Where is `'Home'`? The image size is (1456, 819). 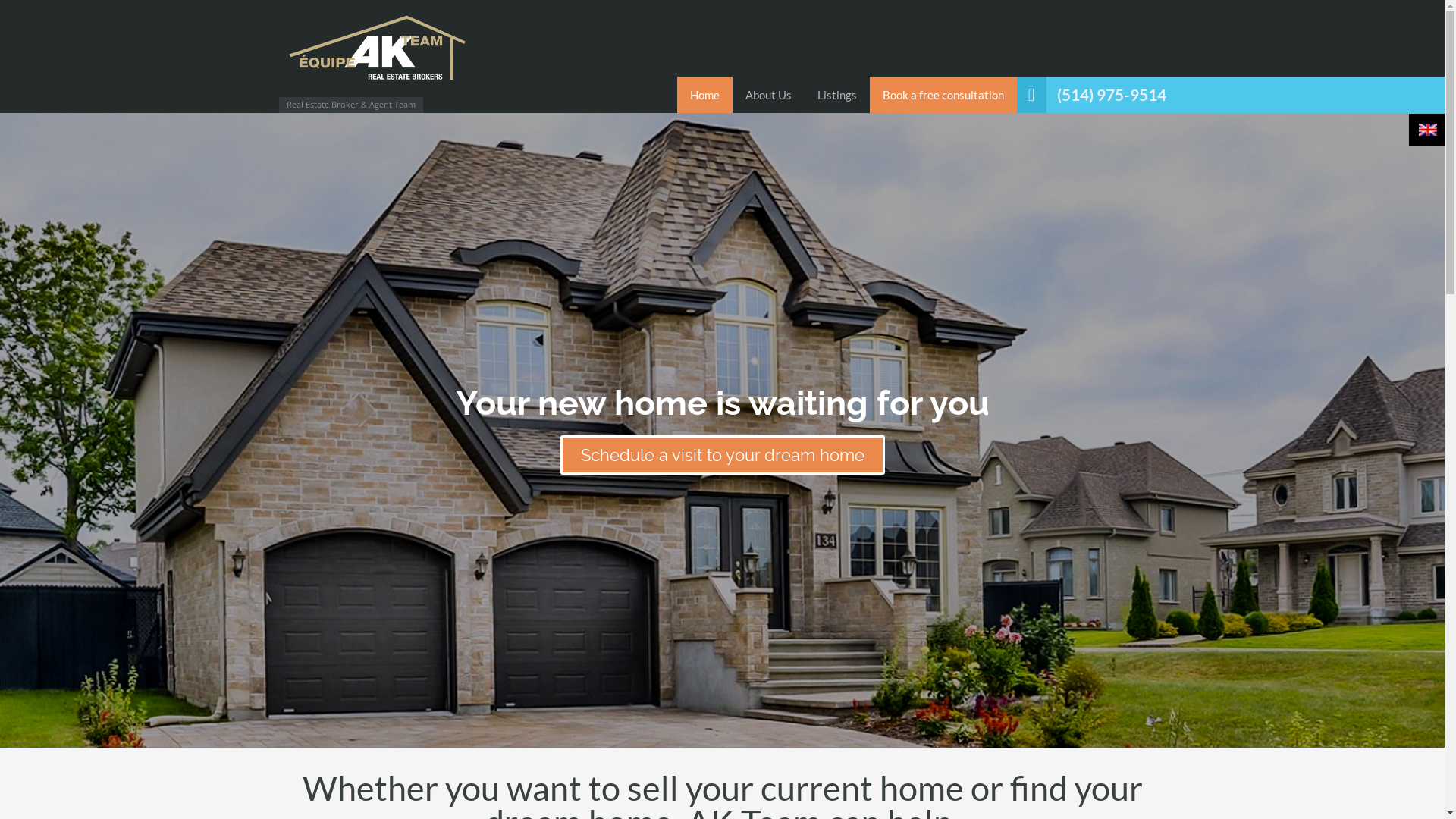 'Home' is located at coordinates (676, 94).